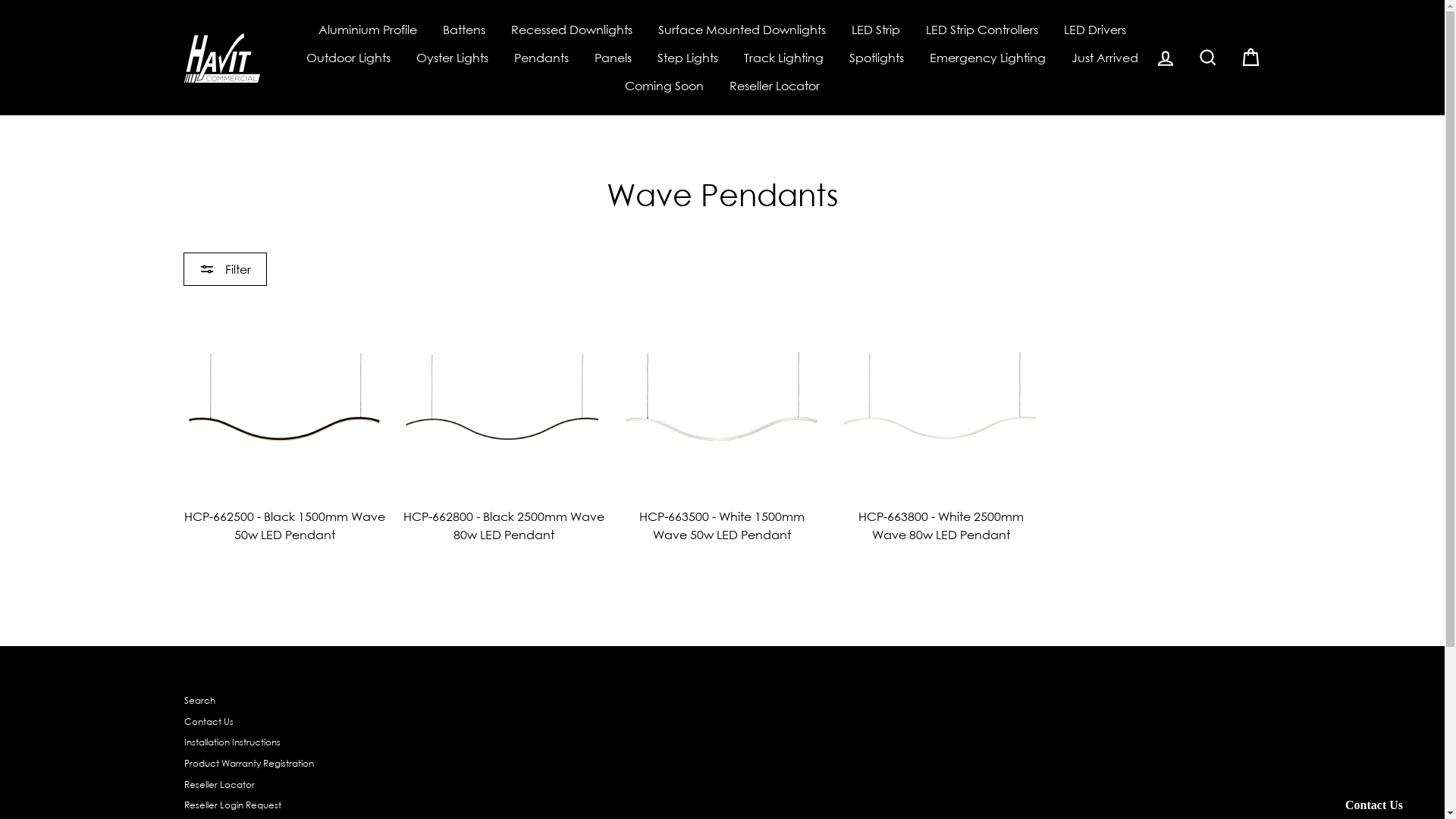  What do you see at coordinates (463, 29) in the screenshot?
I see `'Battens'` at bounding box center [463, 29].